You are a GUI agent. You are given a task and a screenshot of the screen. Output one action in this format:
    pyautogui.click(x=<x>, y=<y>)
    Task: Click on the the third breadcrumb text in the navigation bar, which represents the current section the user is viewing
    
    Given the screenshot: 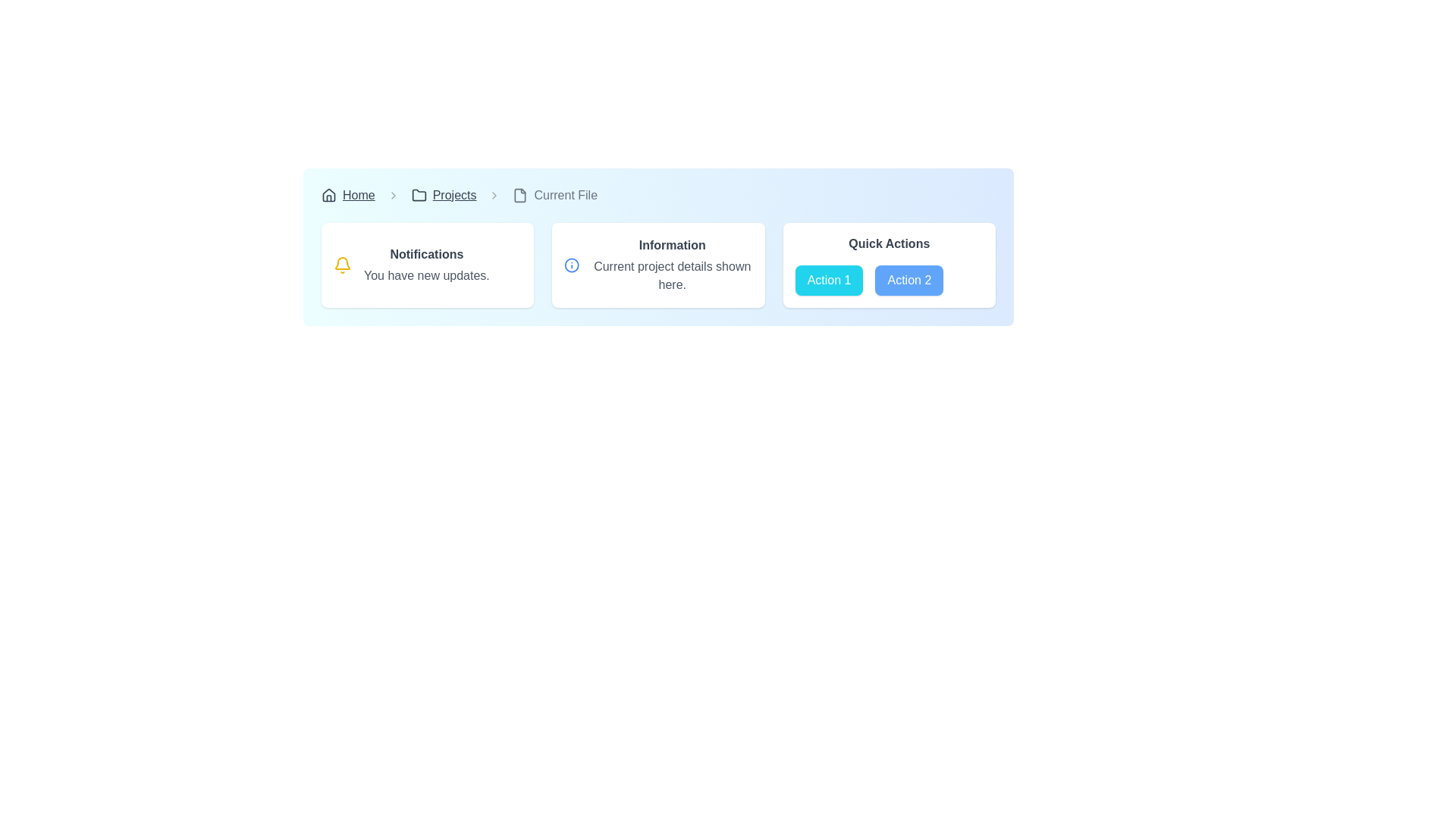 What is the action you would take?
    pyautogui.click(x=554, y=195)
    